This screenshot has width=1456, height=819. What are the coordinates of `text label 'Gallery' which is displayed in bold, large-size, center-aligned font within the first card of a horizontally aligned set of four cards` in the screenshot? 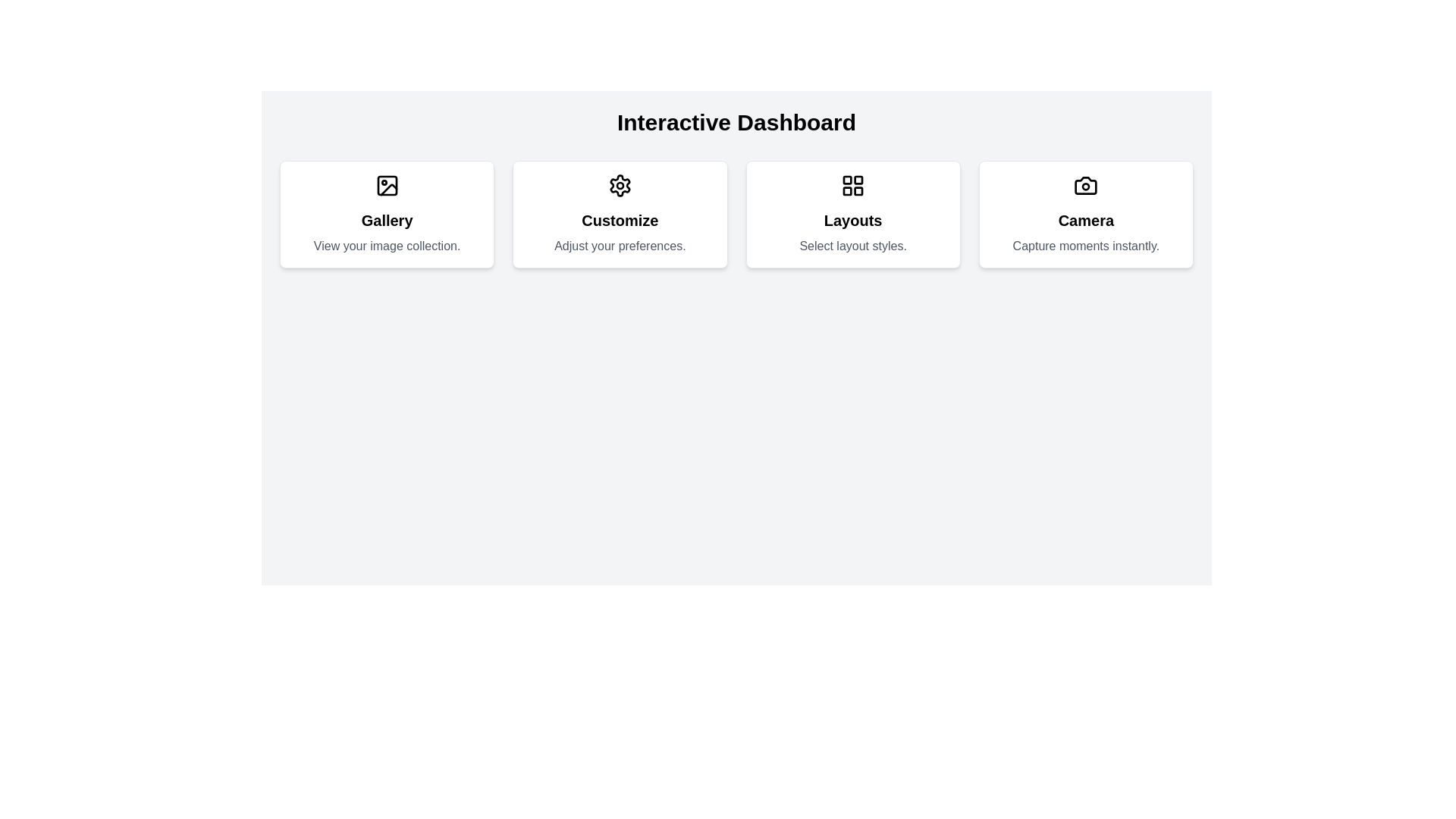 It's located at (387, 220).